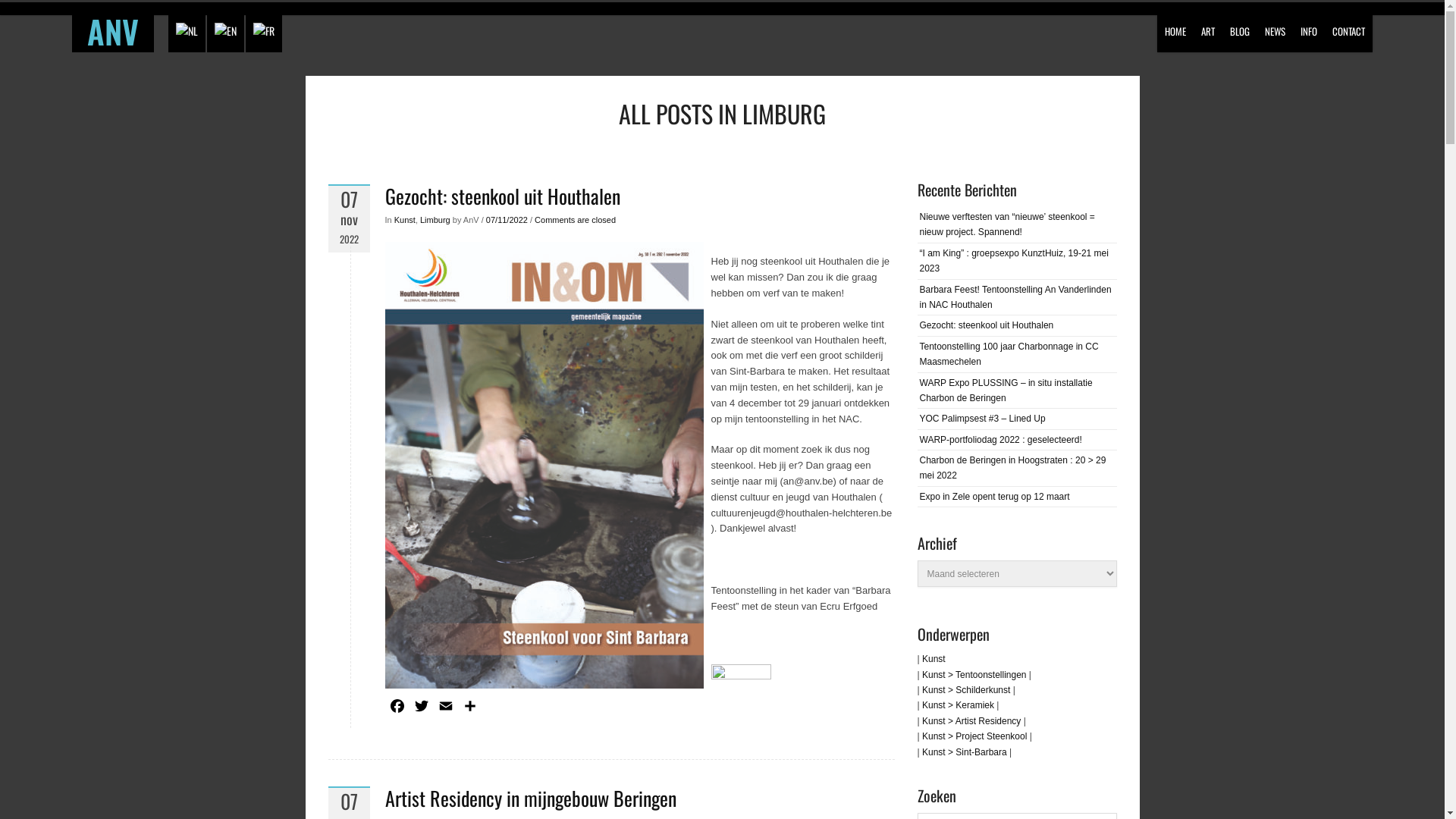  I want to click on 'BLOG', so click(1240, 26).